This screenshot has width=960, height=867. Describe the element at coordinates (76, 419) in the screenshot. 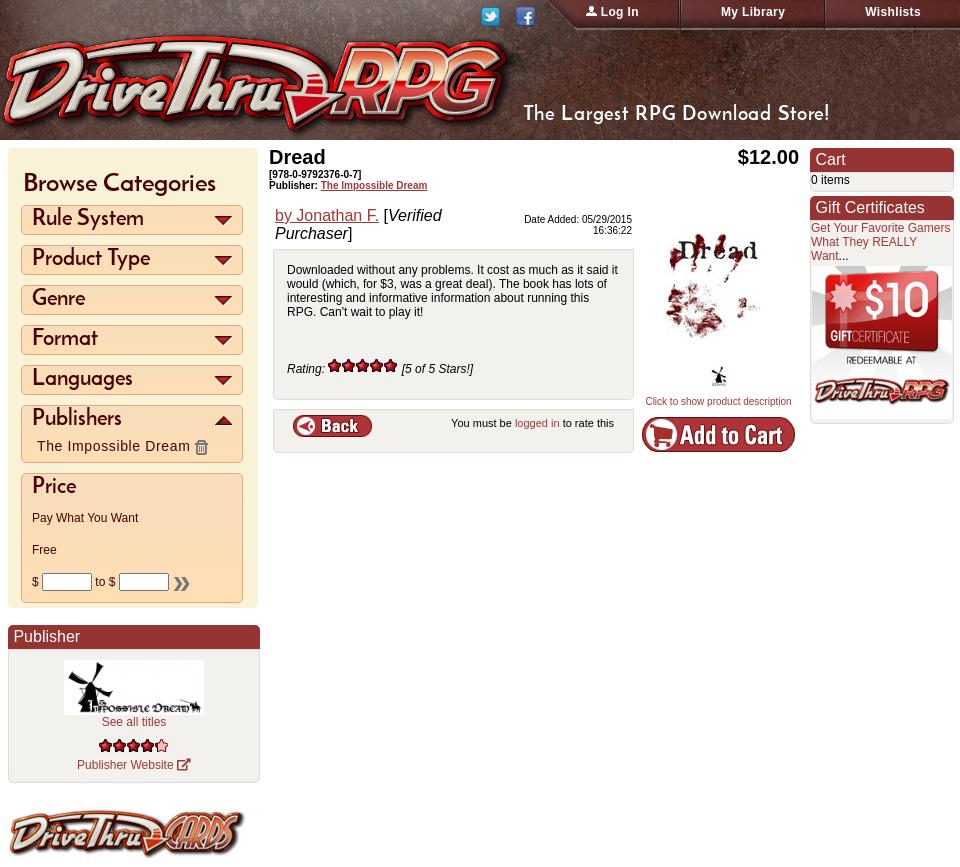

I see `'Publishers'` at that location.